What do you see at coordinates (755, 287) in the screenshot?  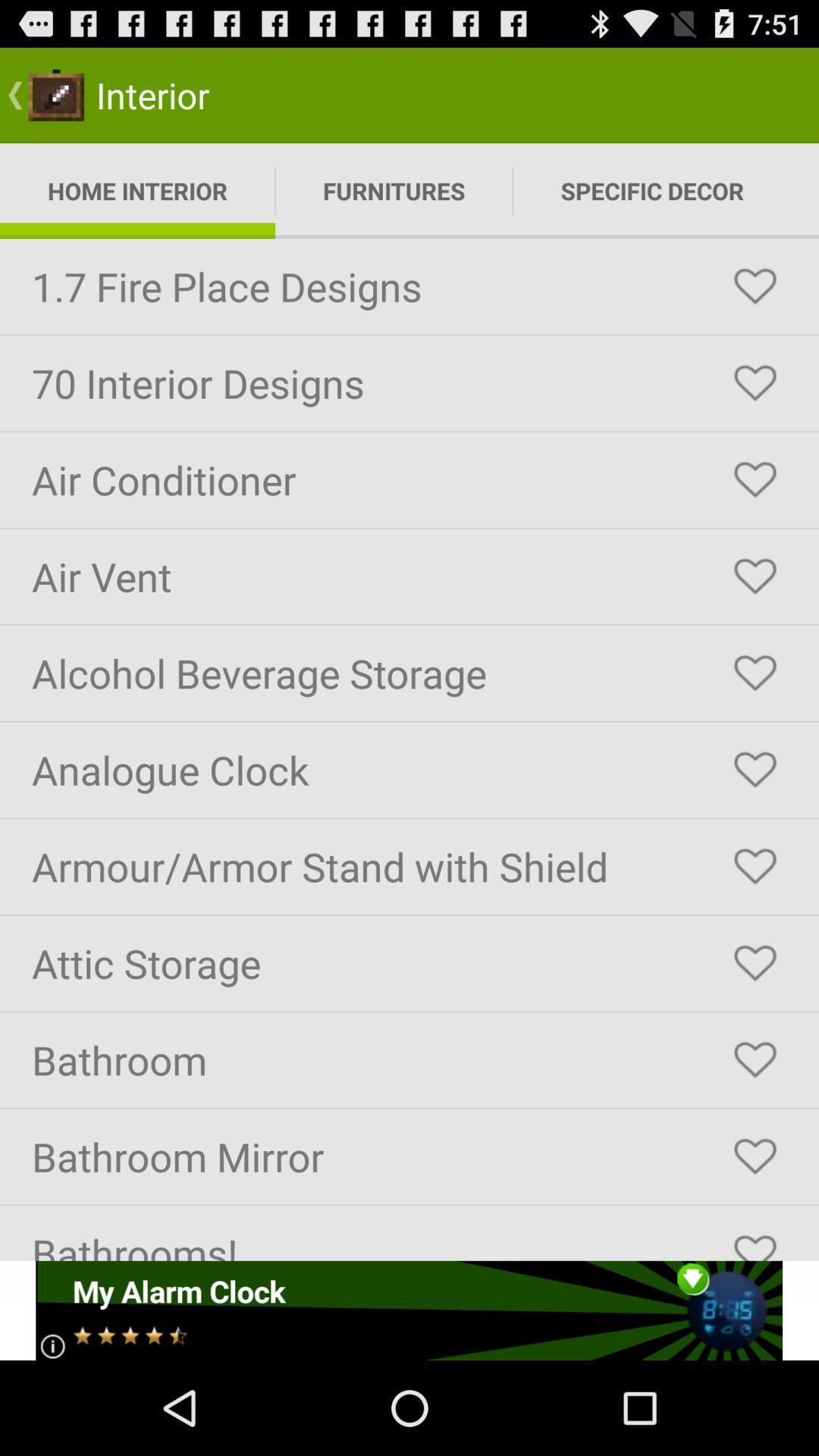 I see `fautiore` at bounding box center [755, 287].